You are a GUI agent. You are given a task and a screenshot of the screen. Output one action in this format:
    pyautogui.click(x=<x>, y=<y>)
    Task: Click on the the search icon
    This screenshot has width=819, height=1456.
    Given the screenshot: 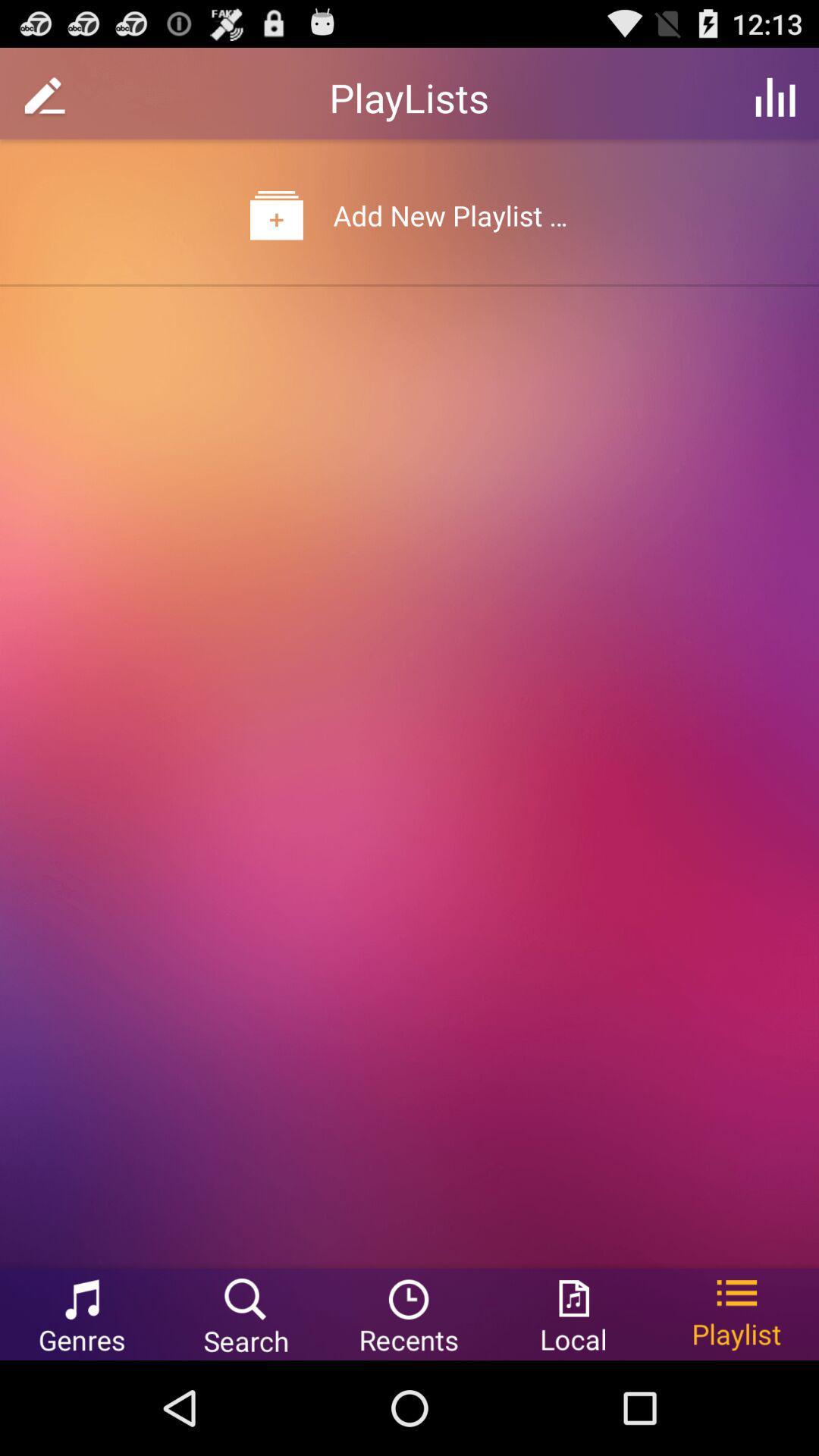 What is the action you would take?
    pyautogui.click(x=245, y=1407)
    